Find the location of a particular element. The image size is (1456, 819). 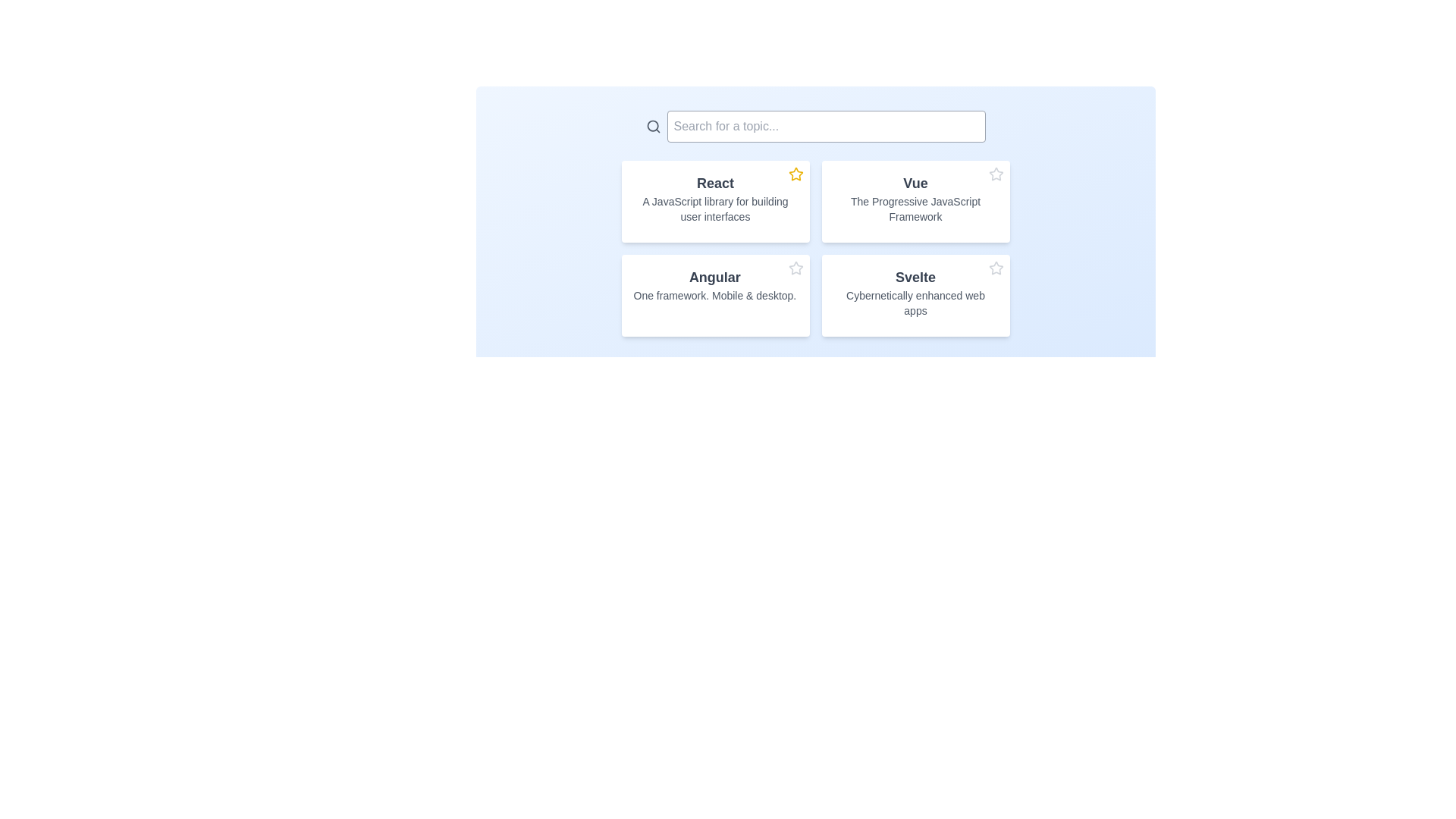

the star icon located at the top-right corner of the 'React' card is located at coordinates (795, 174).